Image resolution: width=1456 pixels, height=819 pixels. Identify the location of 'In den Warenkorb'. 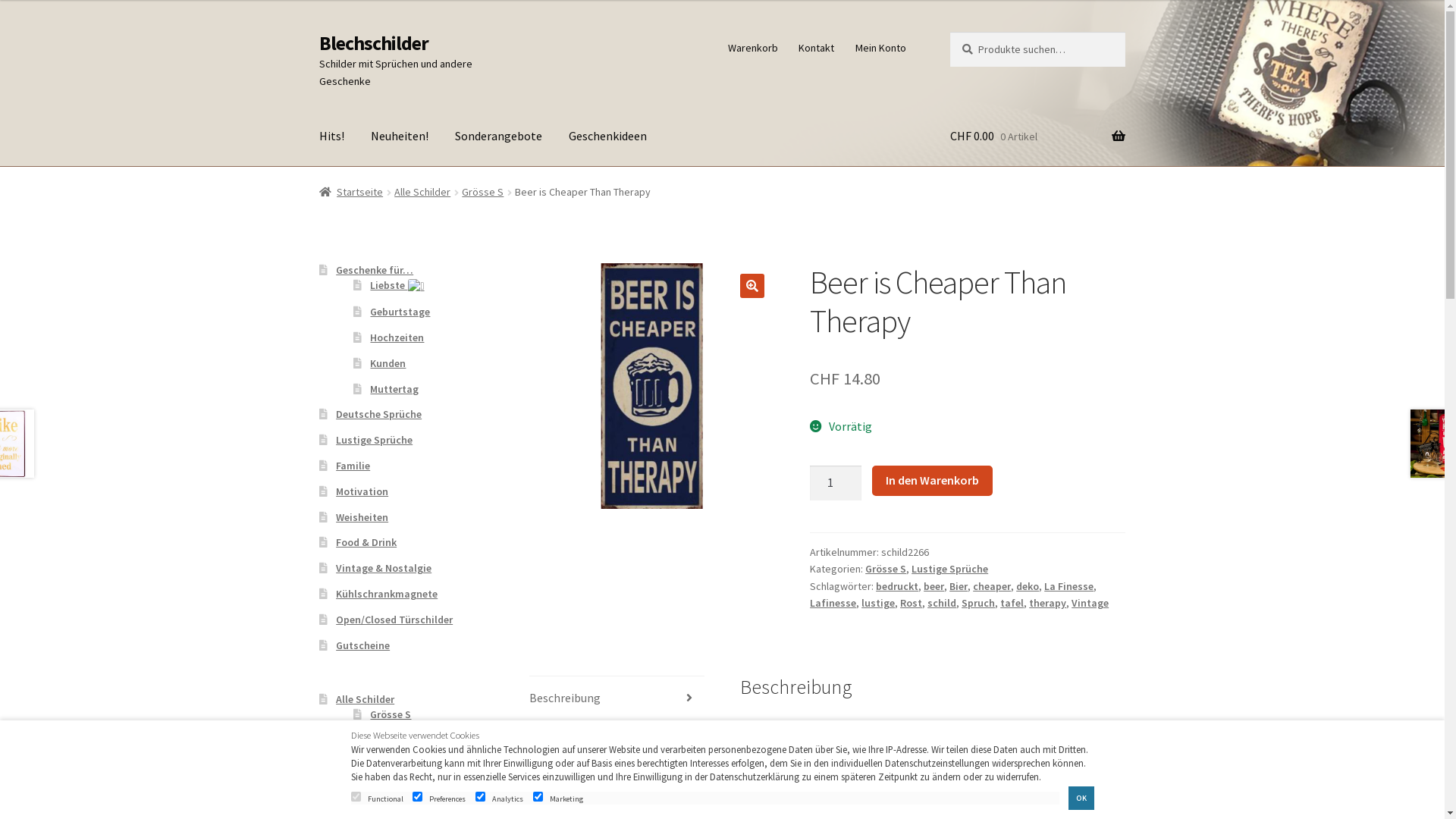
(931, 480).